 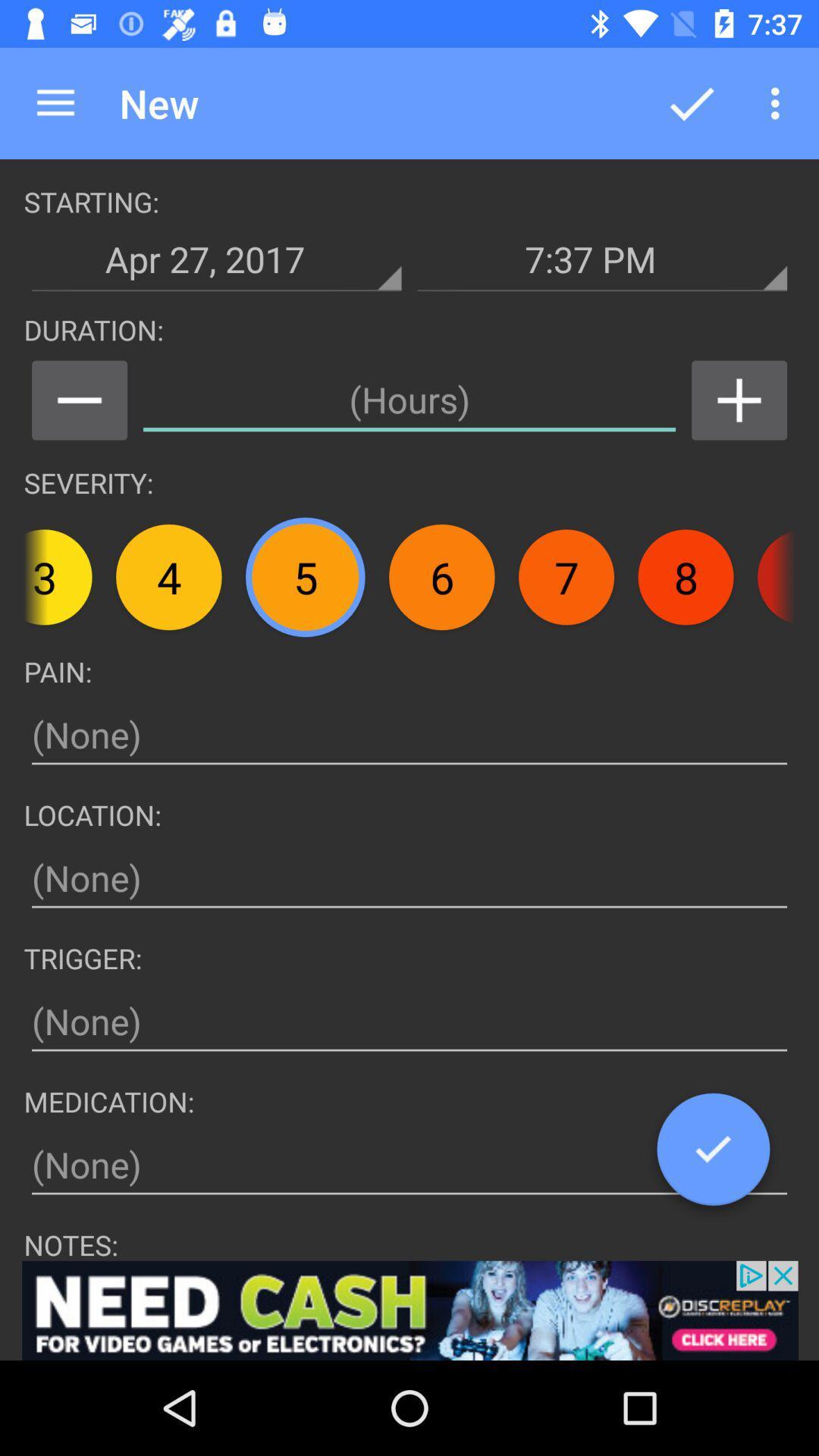 I want to click on increment option, so click(x=739, y=400).